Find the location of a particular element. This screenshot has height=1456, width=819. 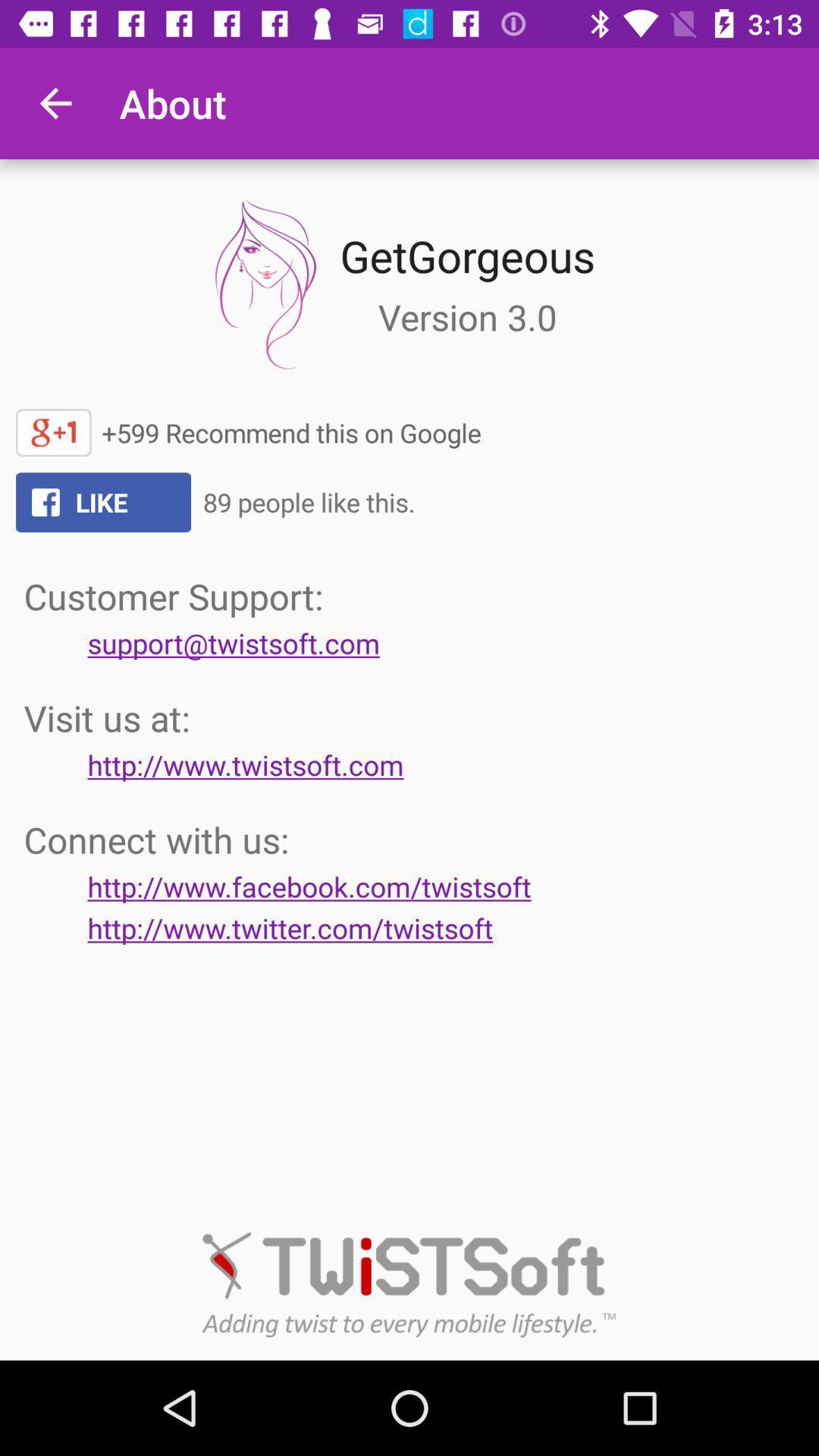

the last link from the bottom of web page is located at coordinates (290, 927).